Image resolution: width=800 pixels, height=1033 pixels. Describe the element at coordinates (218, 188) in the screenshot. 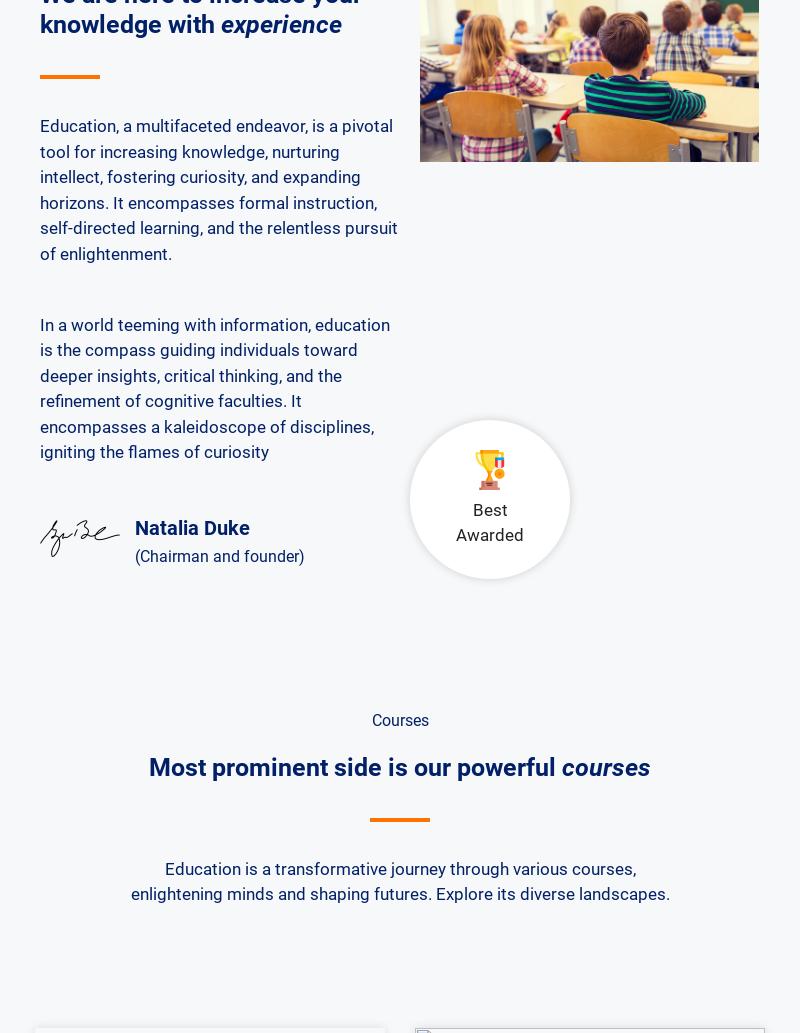

I see `'Education, a multifaceted endeavor, is a pivotal tool for increasing knowledge, nurturing intellect, fostering curiosity, and expanding horizons. It encompasses formal instruction, self-directed learning, and the relentless pursuit of enlightenment.'` at that location.